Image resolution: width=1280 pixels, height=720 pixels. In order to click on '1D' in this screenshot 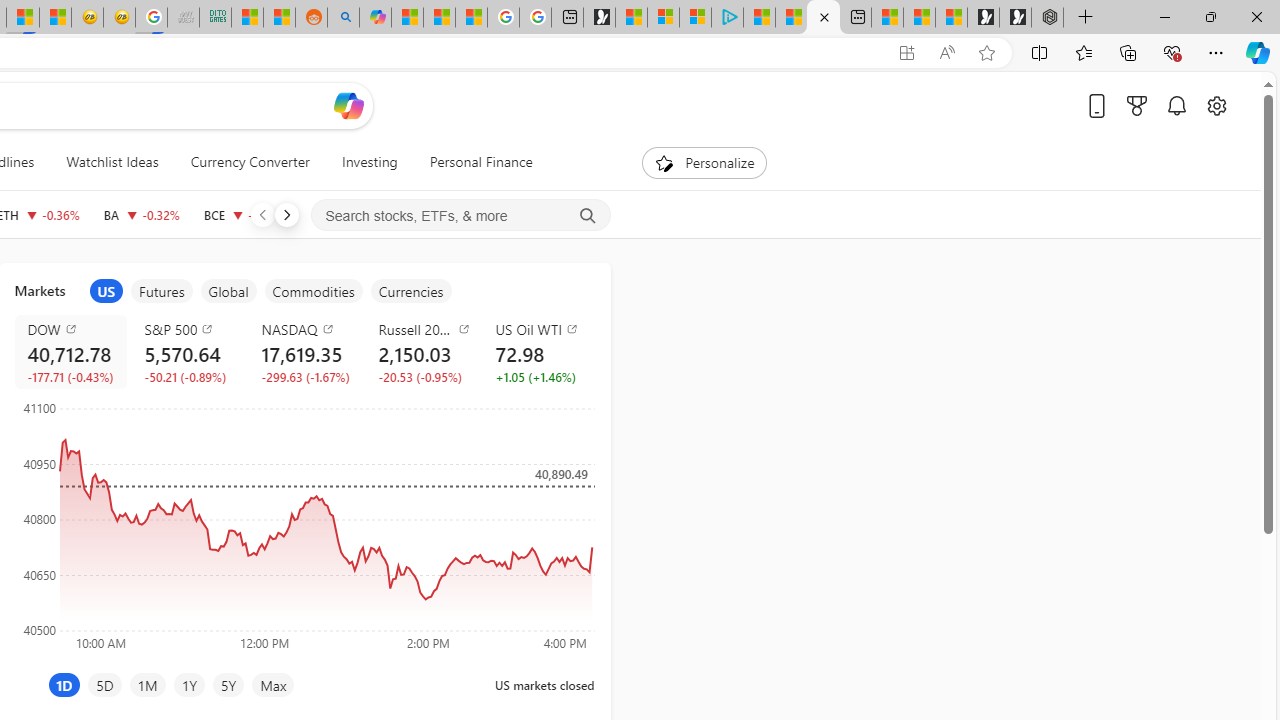, I will do `click(64, 684)`.